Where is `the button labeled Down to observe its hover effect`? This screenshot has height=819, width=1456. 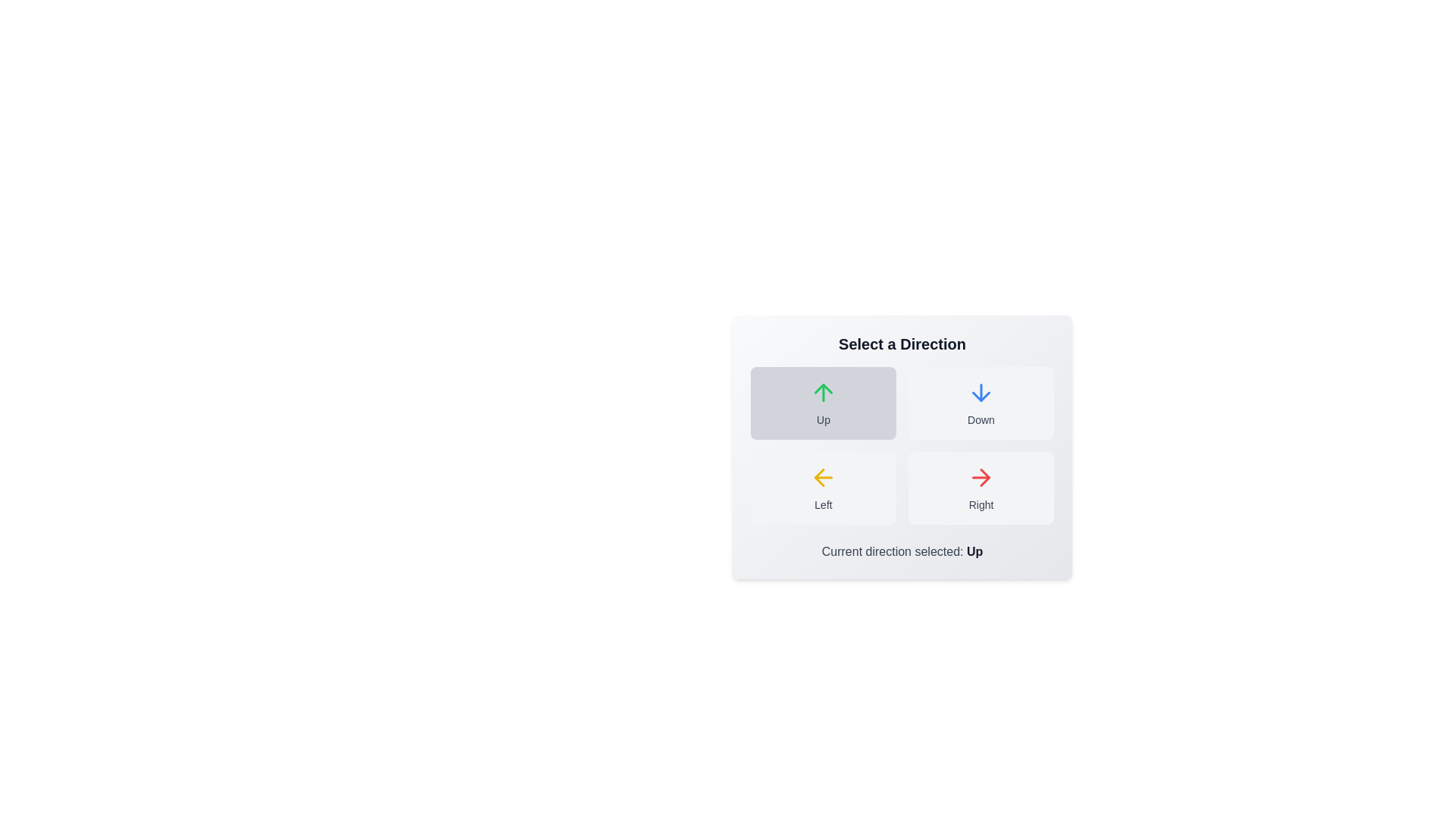
the button labeled Down to observe its hover effect is located at coordinates (981, 403).